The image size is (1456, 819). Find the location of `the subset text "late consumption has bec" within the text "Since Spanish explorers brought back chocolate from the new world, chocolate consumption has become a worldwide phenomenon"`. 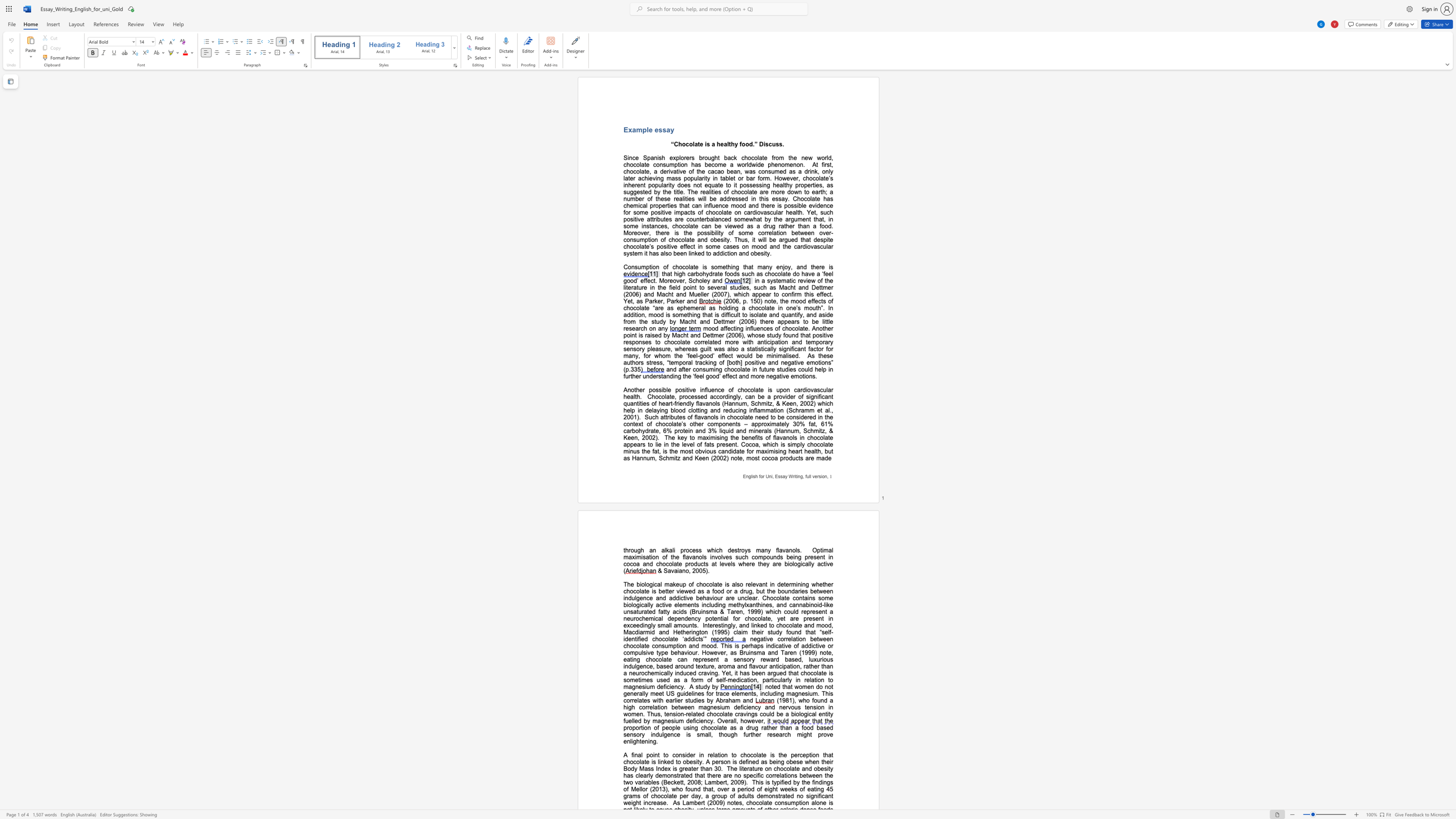

the subset text "late consumption has bec" within the text "Since Spanish explorers brought back chocolate from the new world, chocolate consumption has become a worldwide phenomenon" is located at coordinates (639, 164).